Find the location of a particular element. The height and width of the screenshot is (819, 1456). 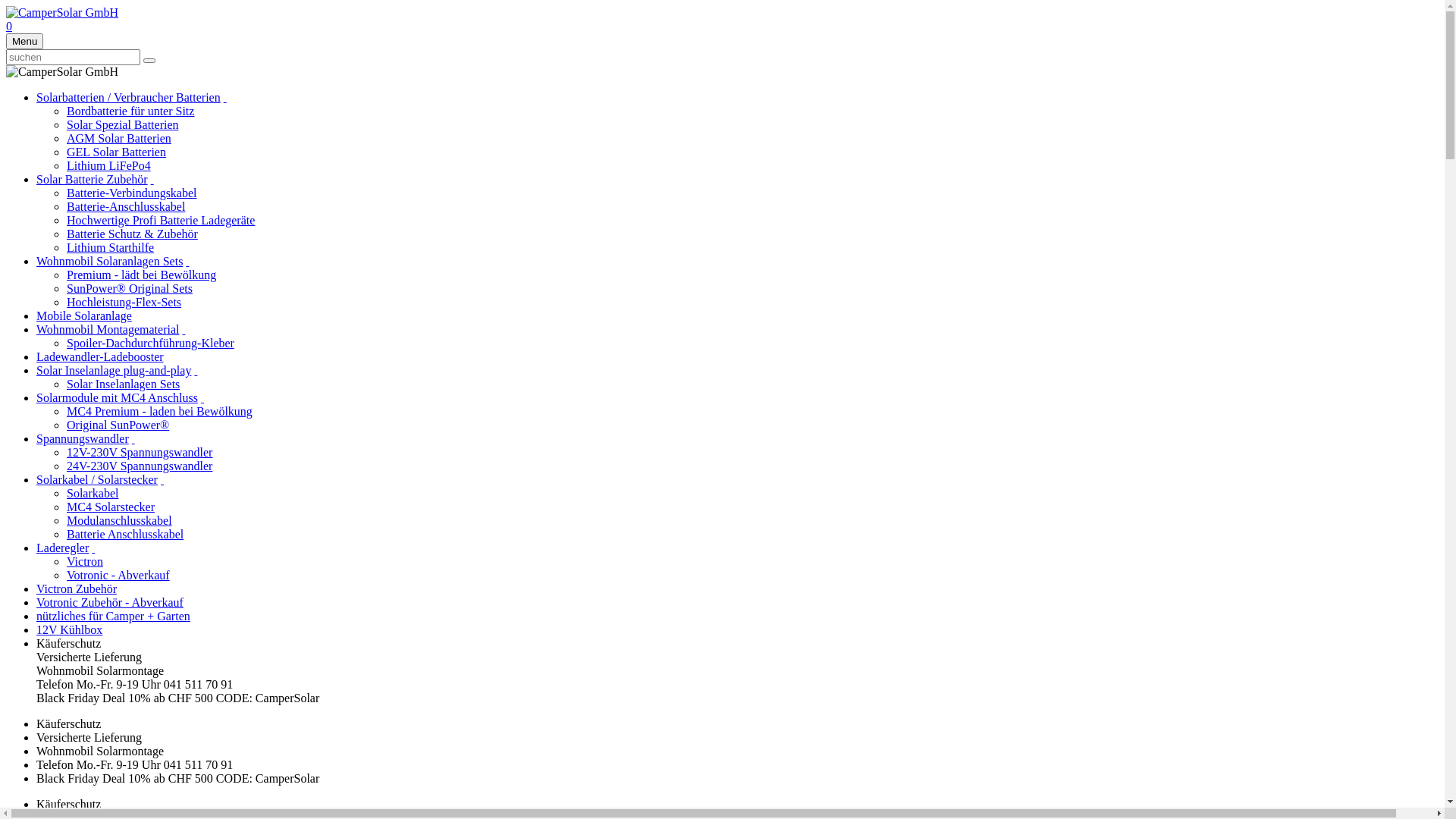

'Batterie-Anschlusskabel' is located at coordinates (126, 206).